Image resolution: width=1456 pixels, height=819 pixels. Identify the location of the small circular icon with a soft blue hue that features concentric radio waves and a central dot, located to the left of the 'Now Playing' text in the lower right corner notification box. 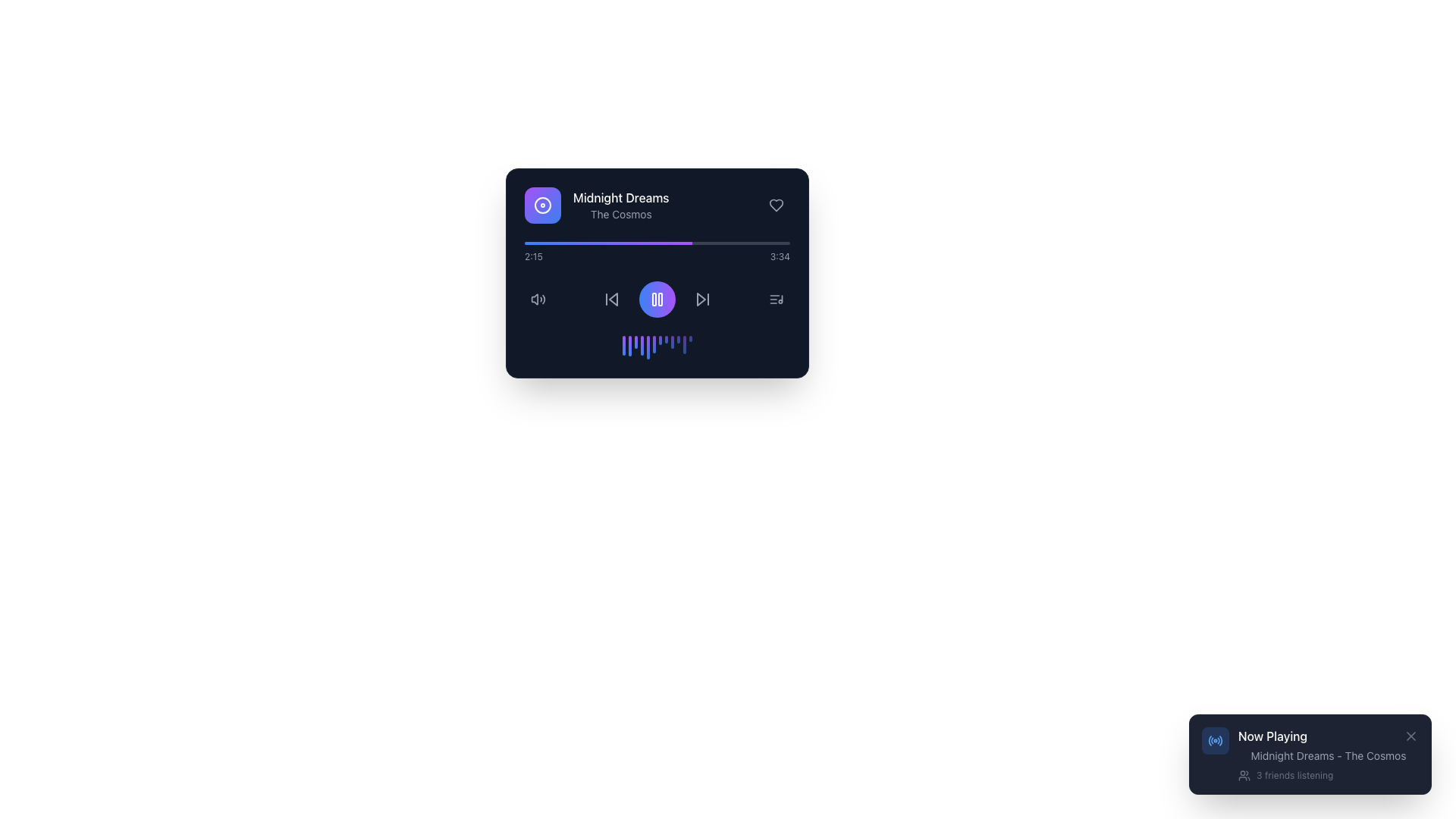
(1216, 739).